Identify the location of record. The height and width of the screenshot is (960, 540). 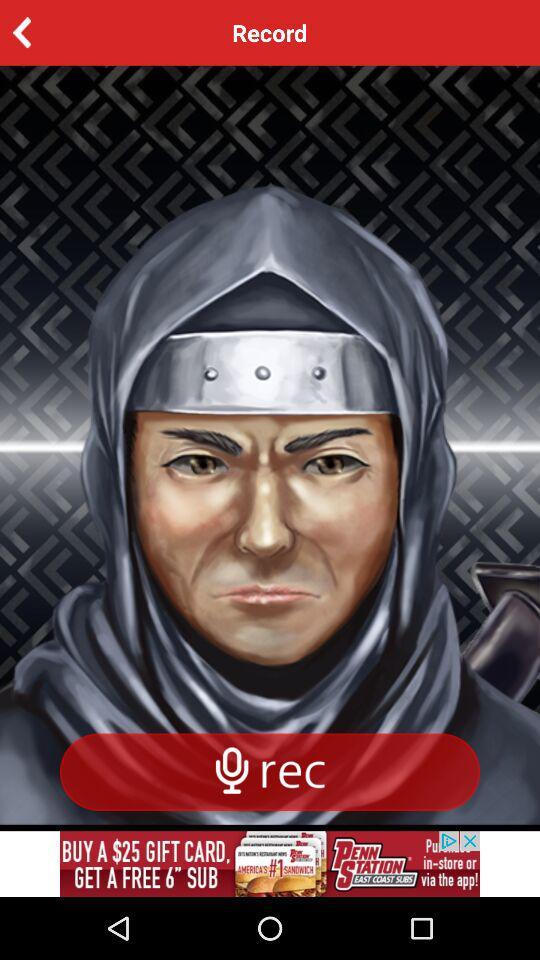
(270, 771).